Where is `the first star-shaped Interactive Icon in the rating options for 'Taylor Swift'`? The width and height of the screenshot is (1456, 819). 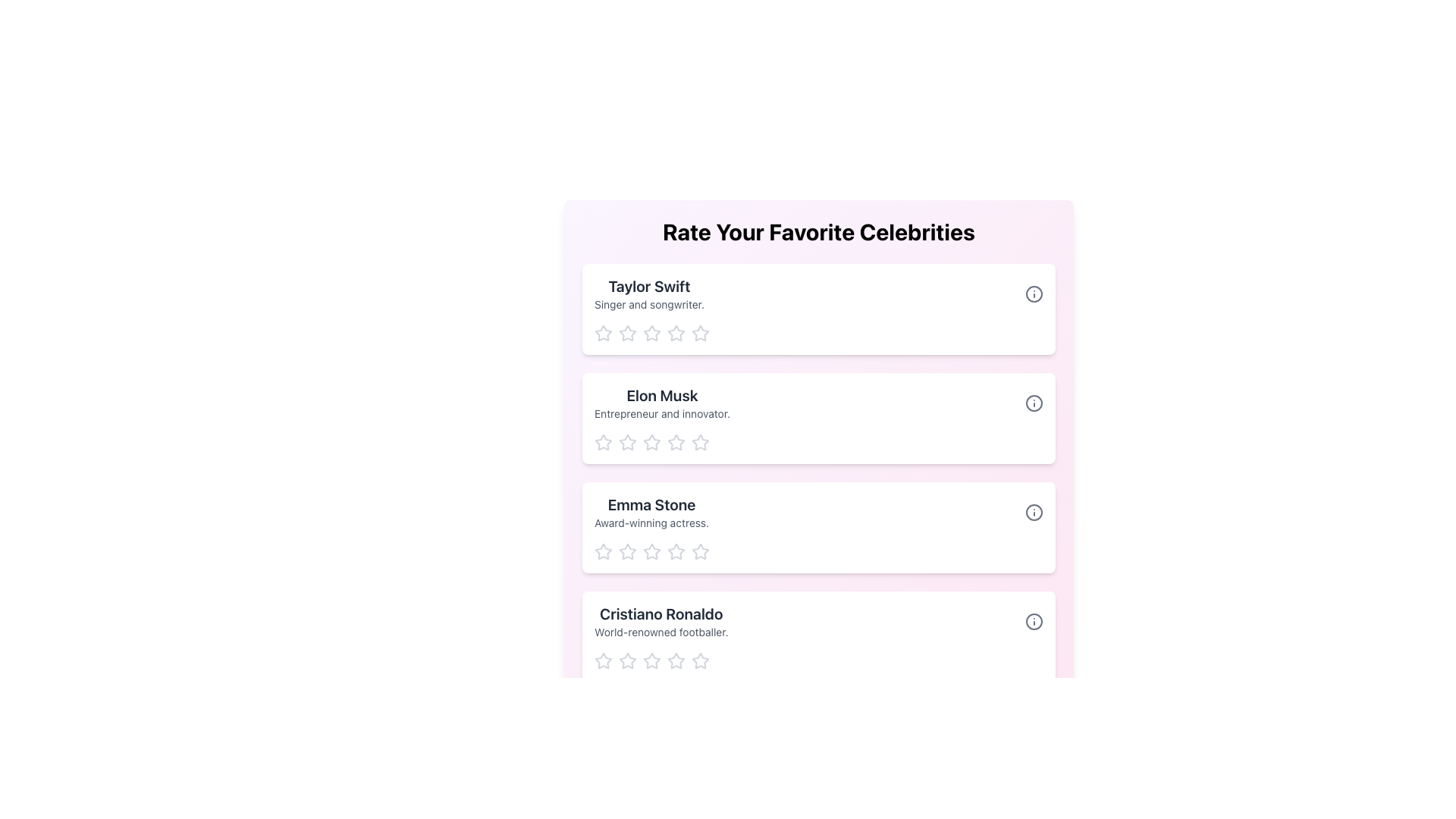 the first star-shaped Interactive Icon in the rating options for 'Taylor Swift' is located at coordinates (603, 332).